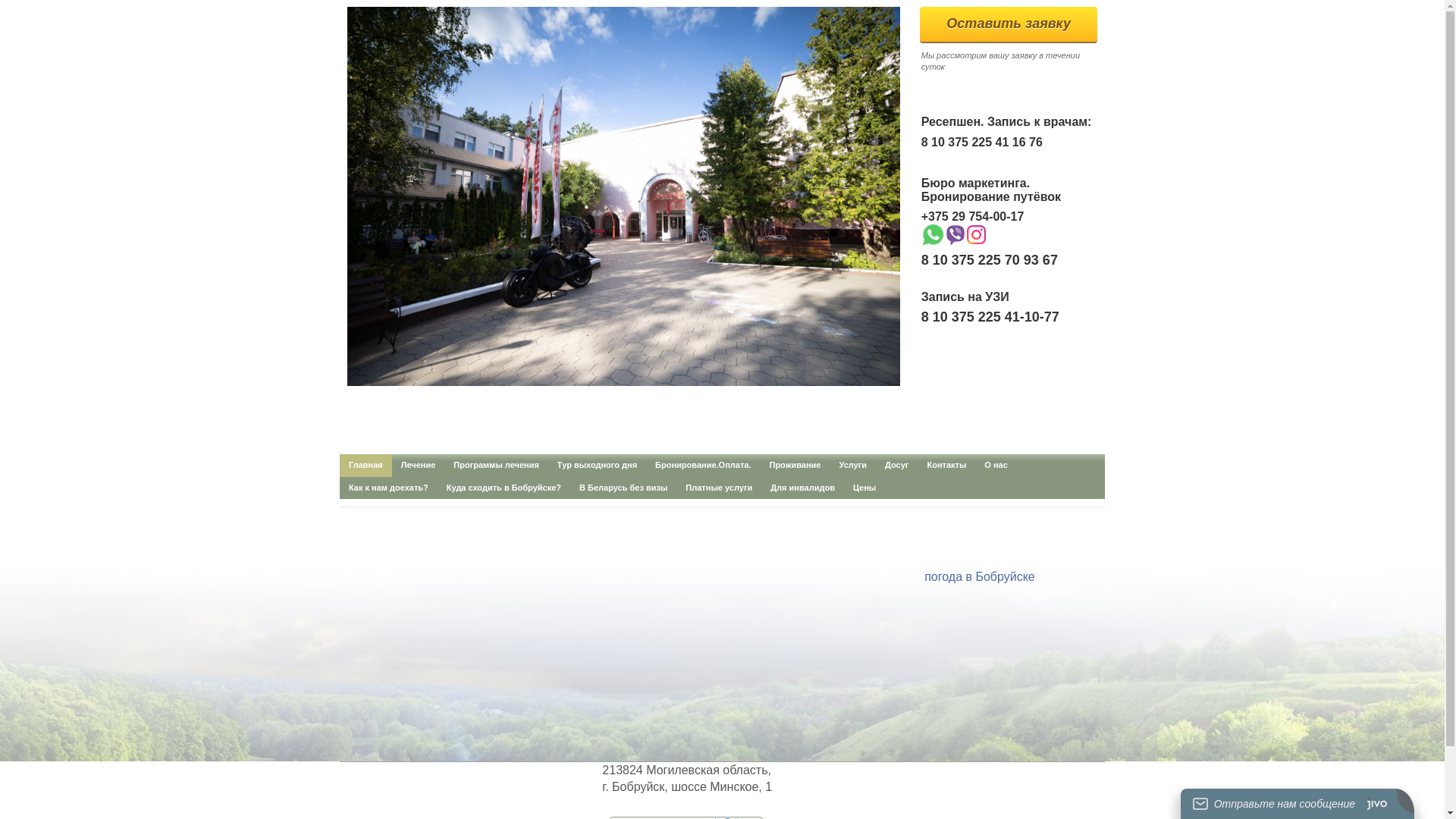  Describe the element at coordinates (931, 234) in the screenshot. I see `'whatsapp'` at that location.